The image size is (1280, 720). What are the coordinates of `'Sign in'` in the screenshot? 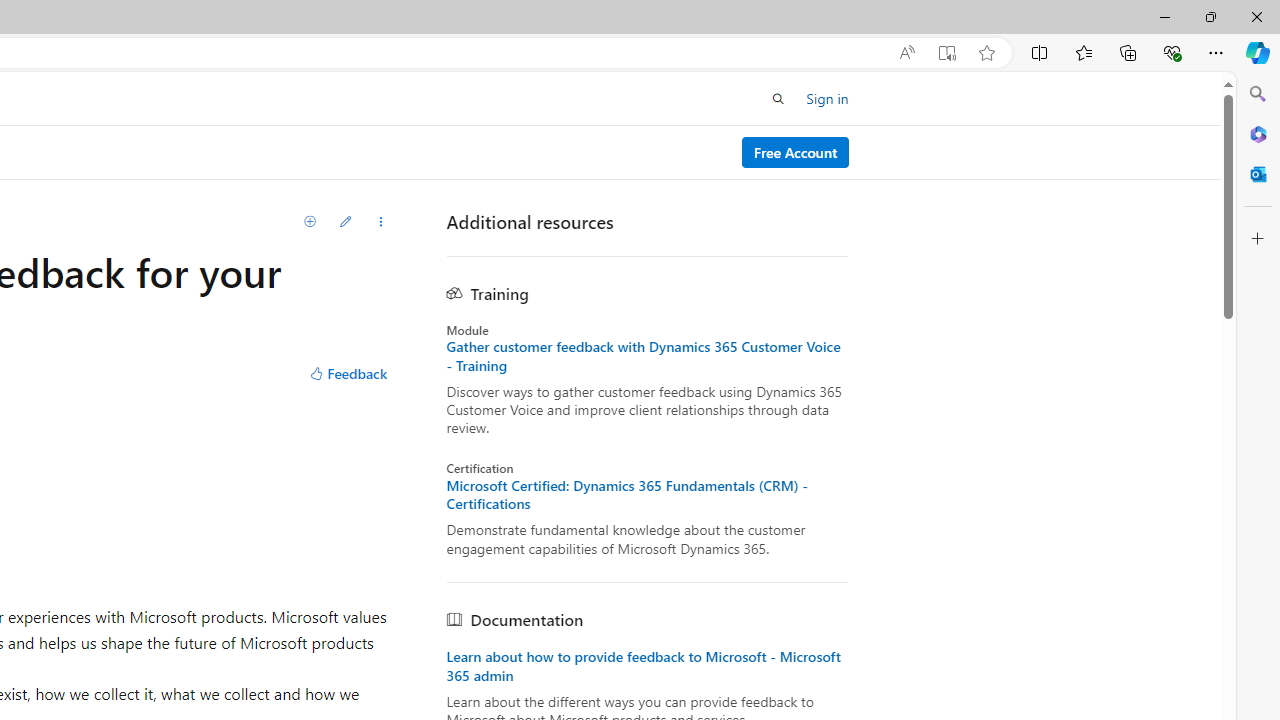 It's located at (827, 98).